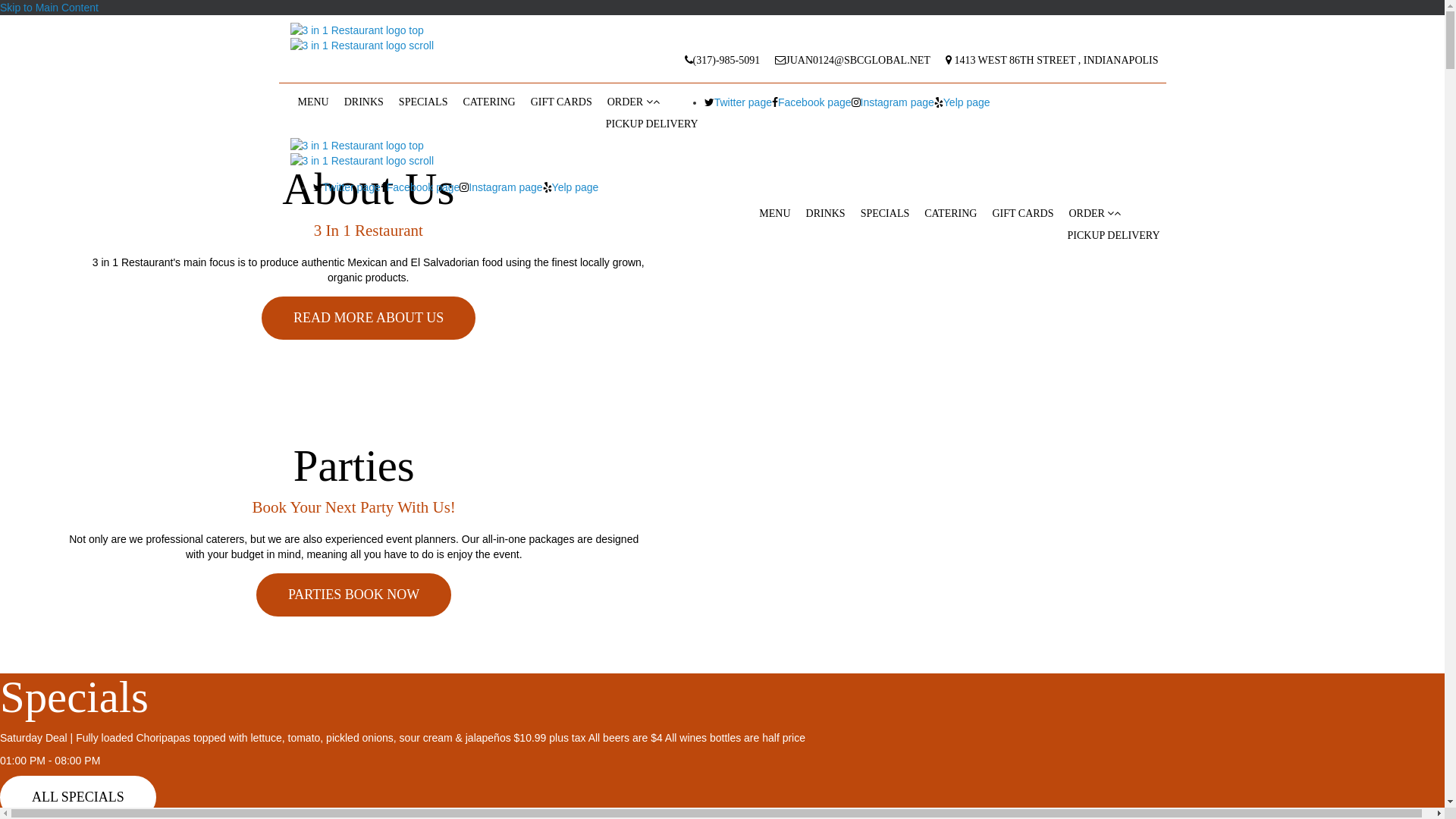 The image size is (1456, 819). Describe the element at coordinates (961, 102) in the screenshot. I see `'Yelp page'` at that location.